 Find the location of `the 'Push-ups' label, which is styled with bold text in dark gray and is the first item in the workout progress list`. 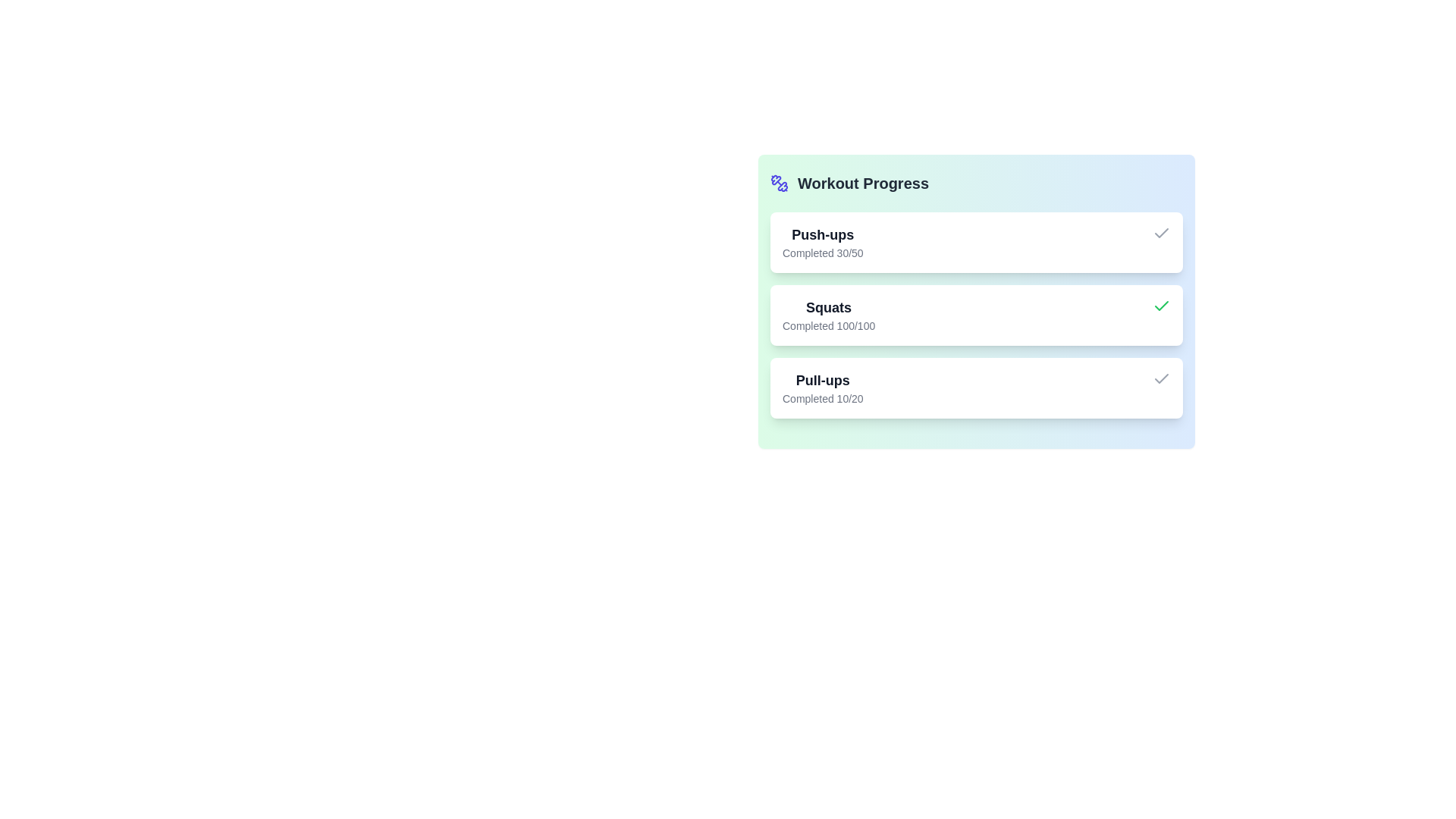

the 'Push-ups' label, which is styled with bold text in dark gray and is the first item in the workout progress list is located at coordinates (822, 234).